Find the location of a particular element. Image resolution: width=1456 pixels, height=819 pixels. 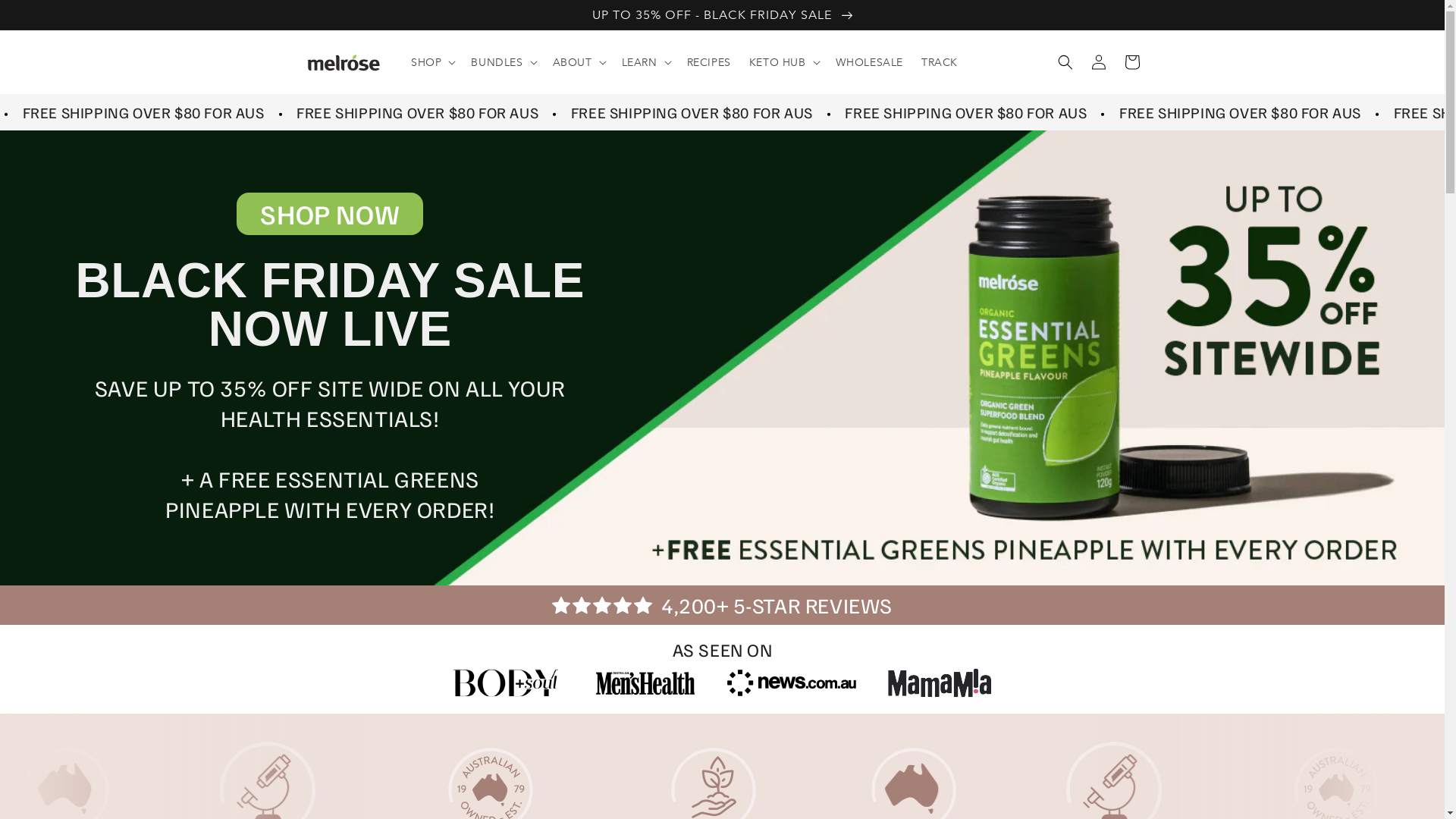

'RECIPES' is located at coordinates (676, 61).